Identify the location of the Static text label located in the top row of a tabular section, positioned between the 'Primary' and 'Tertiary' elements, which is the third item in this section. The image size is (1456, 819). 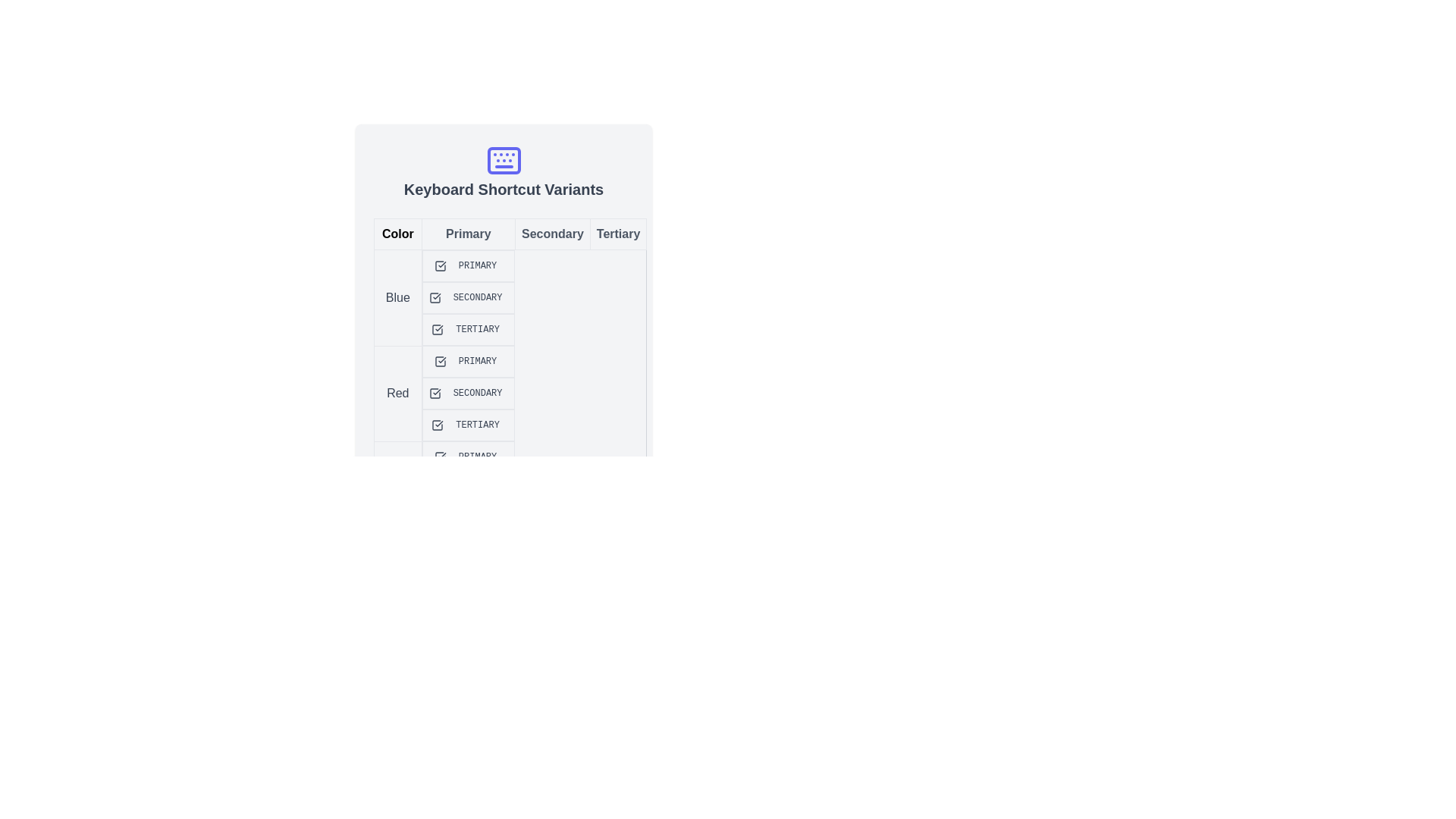
(551, 234).